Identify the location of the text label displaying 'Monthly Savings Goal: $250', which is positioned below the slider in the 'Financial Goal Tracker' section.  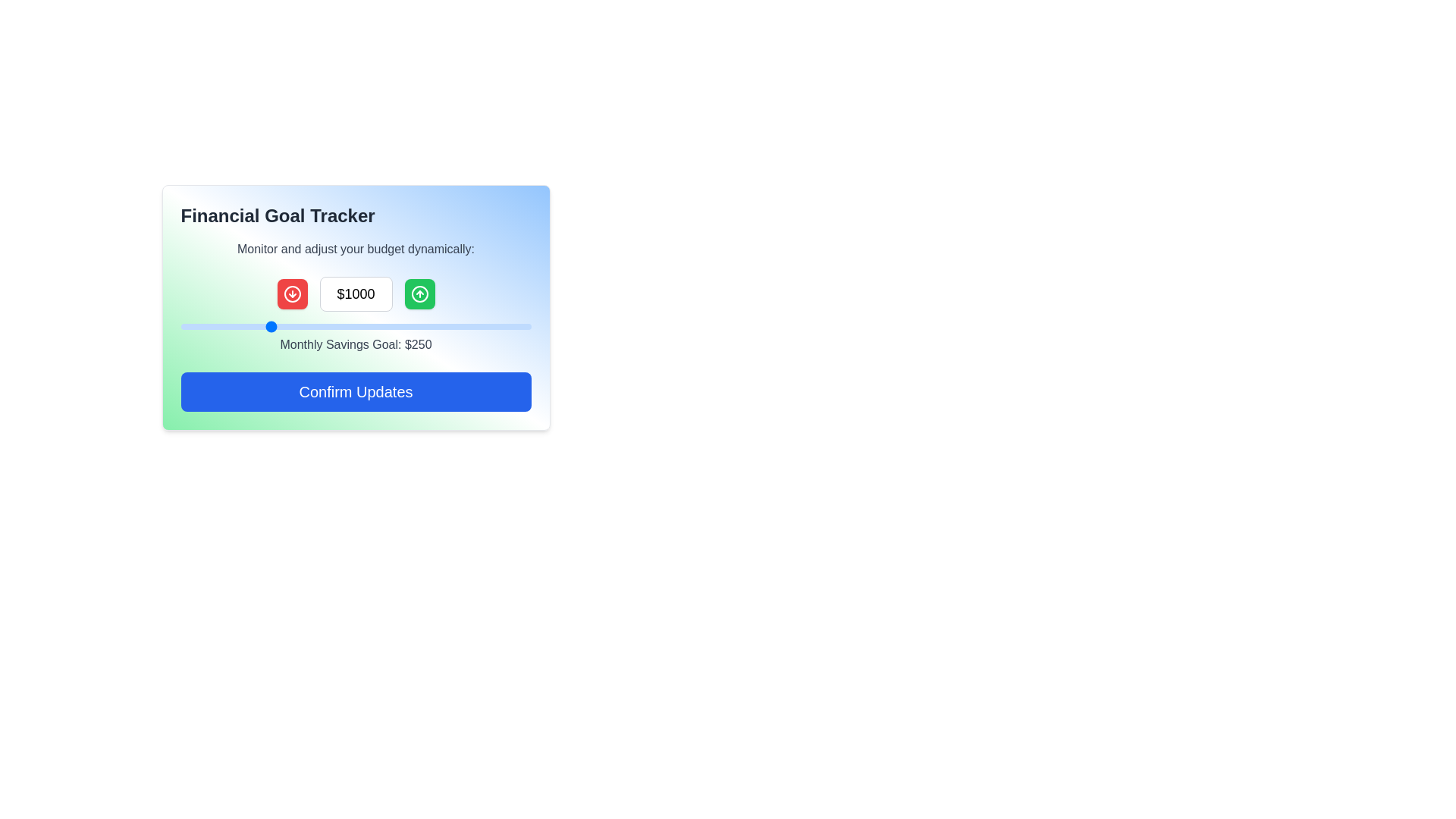
(355, 315).